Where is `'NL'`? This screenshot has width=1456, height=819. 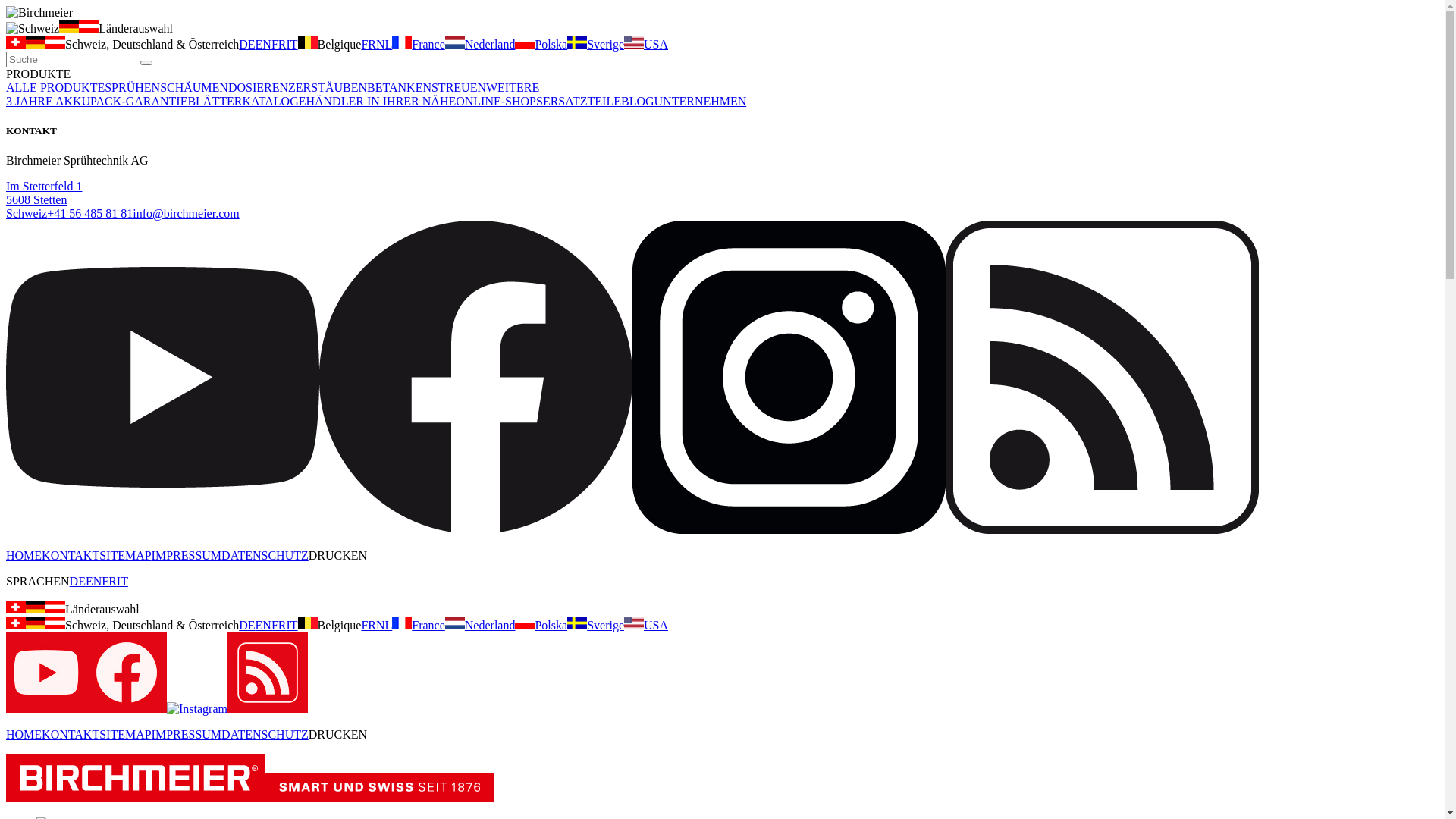 'NL' is located at coordinates (384, 43).